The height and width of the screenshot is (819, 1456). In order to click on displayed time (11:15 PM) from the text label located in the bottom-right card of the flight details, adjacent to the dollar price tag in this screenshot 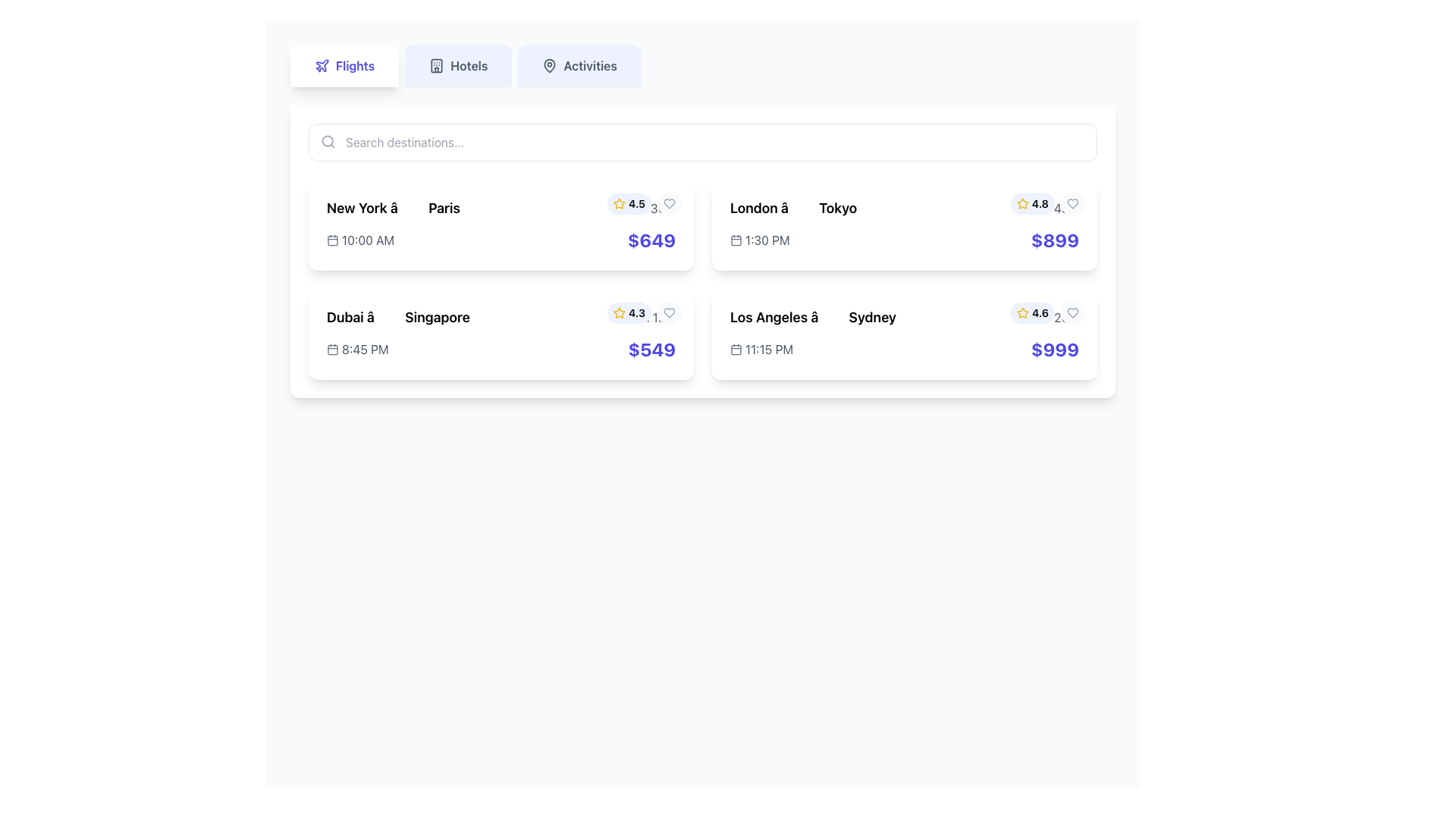, I will do `click(769, 350)`.